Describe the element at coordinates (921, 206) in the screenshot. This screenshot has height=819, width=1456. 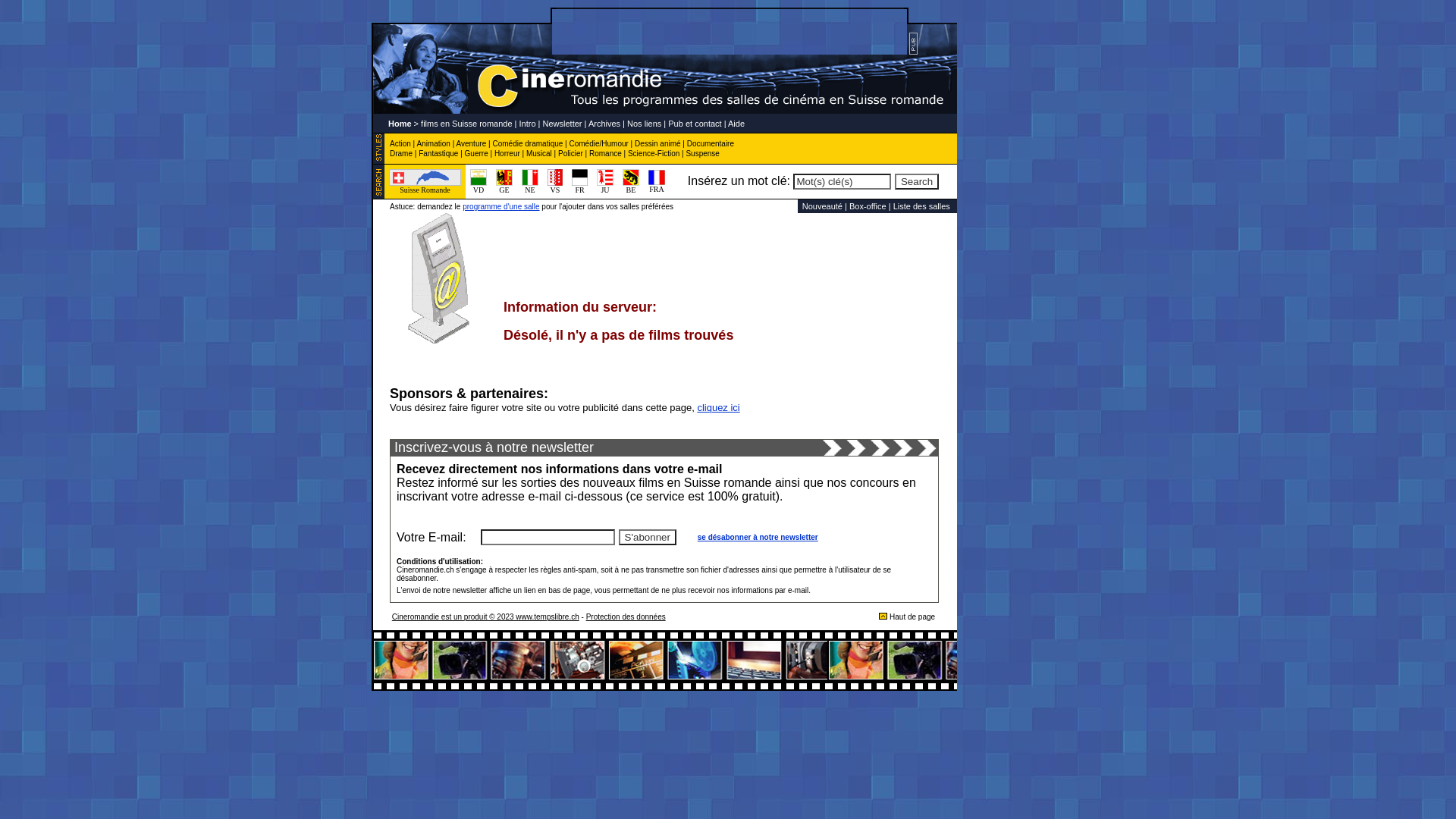
I see `'Liste des salles'` at that location.